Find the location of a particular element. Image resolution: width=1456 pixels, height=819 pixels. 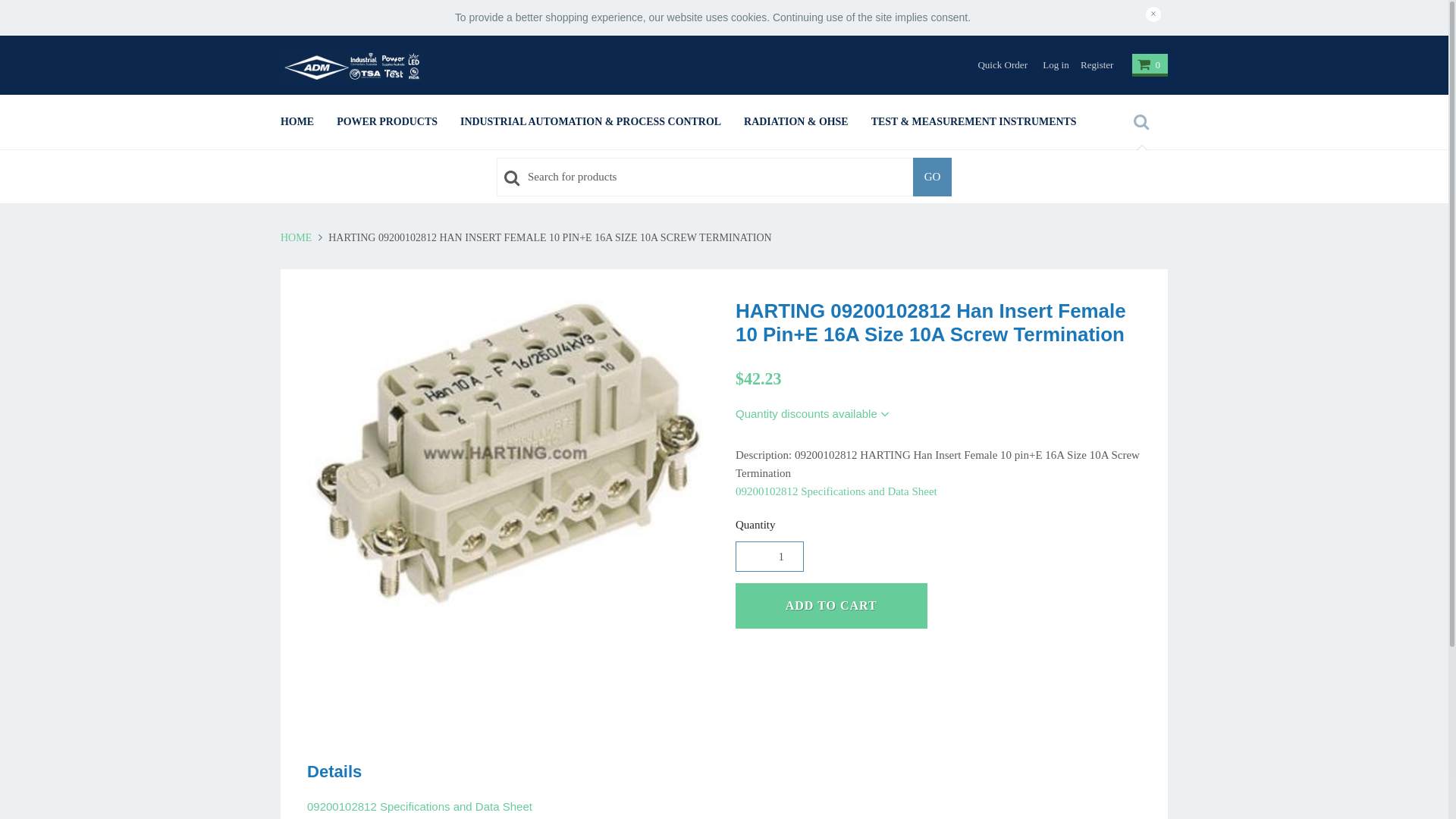

'ADM SCA' is located at coordinates (356, 66).